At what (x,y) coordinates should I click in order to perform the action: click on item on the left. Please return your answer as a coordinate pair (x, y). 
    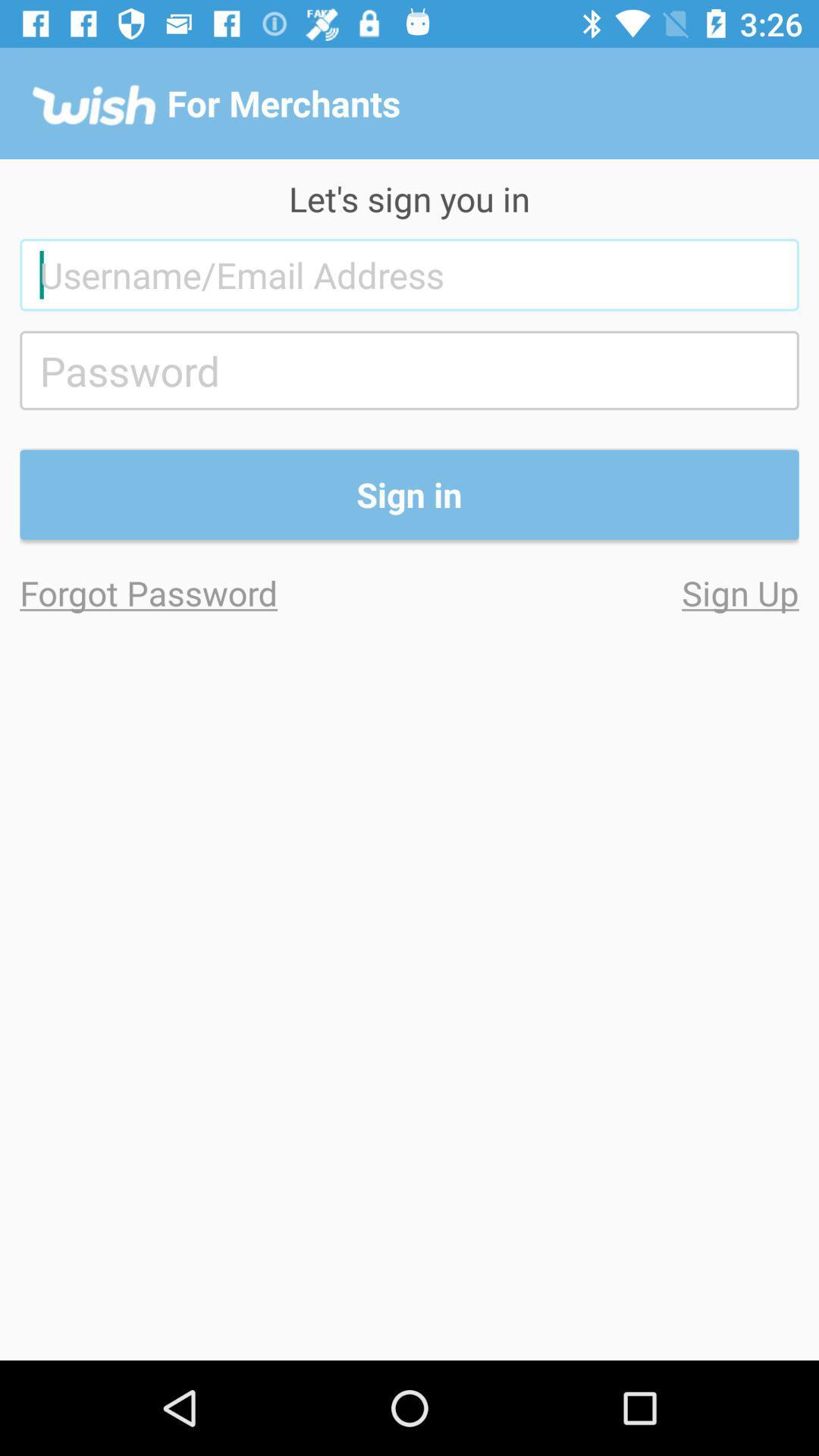
    Looking at the image, I should click on (215, 591).